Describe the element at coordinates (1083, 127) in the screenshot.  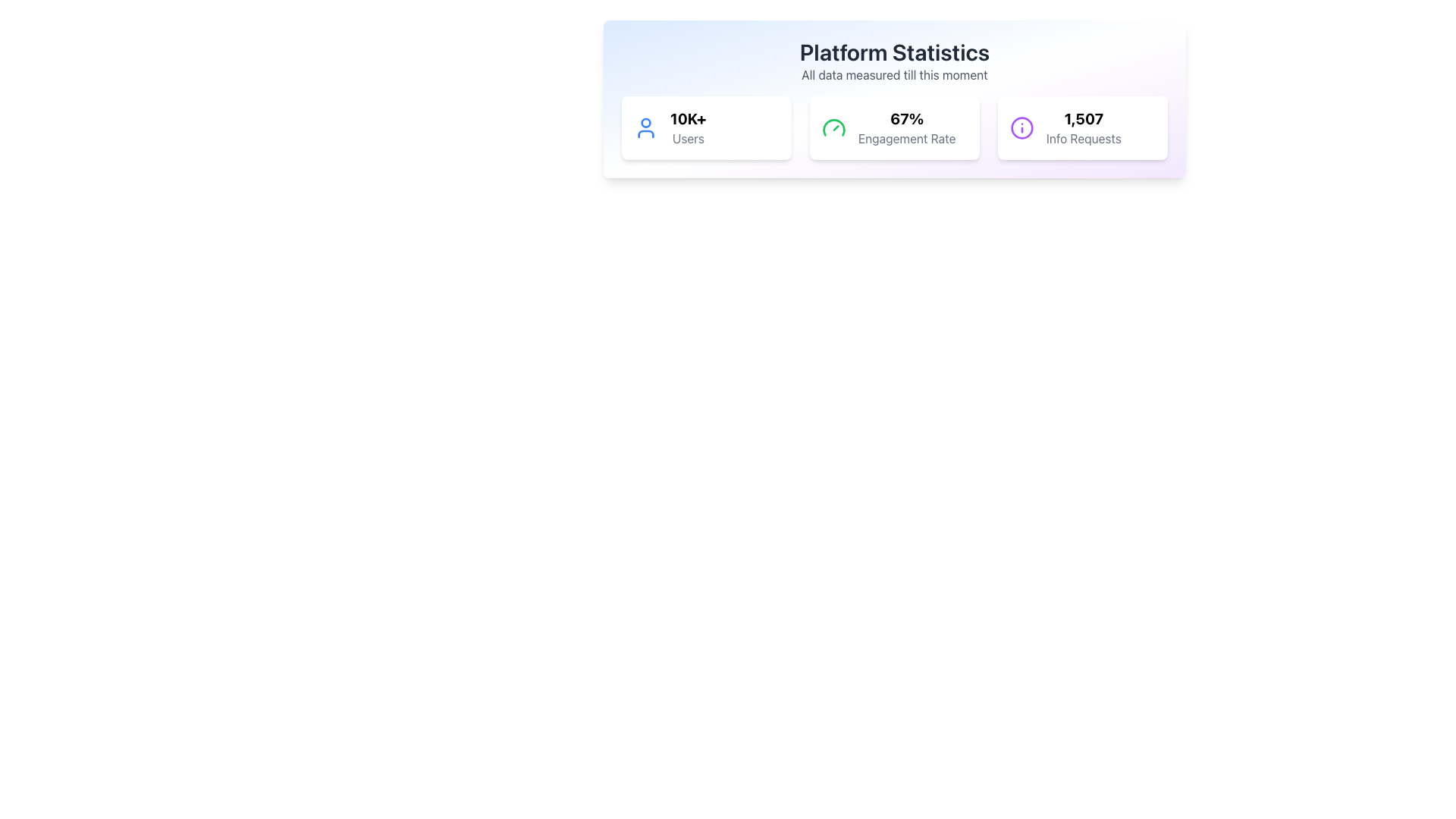
I see `information displayed in the text block that shows '1,507 Info Requests', which is located on the rightmost side of the third card under the 'Platform Statistics' section` at that location.